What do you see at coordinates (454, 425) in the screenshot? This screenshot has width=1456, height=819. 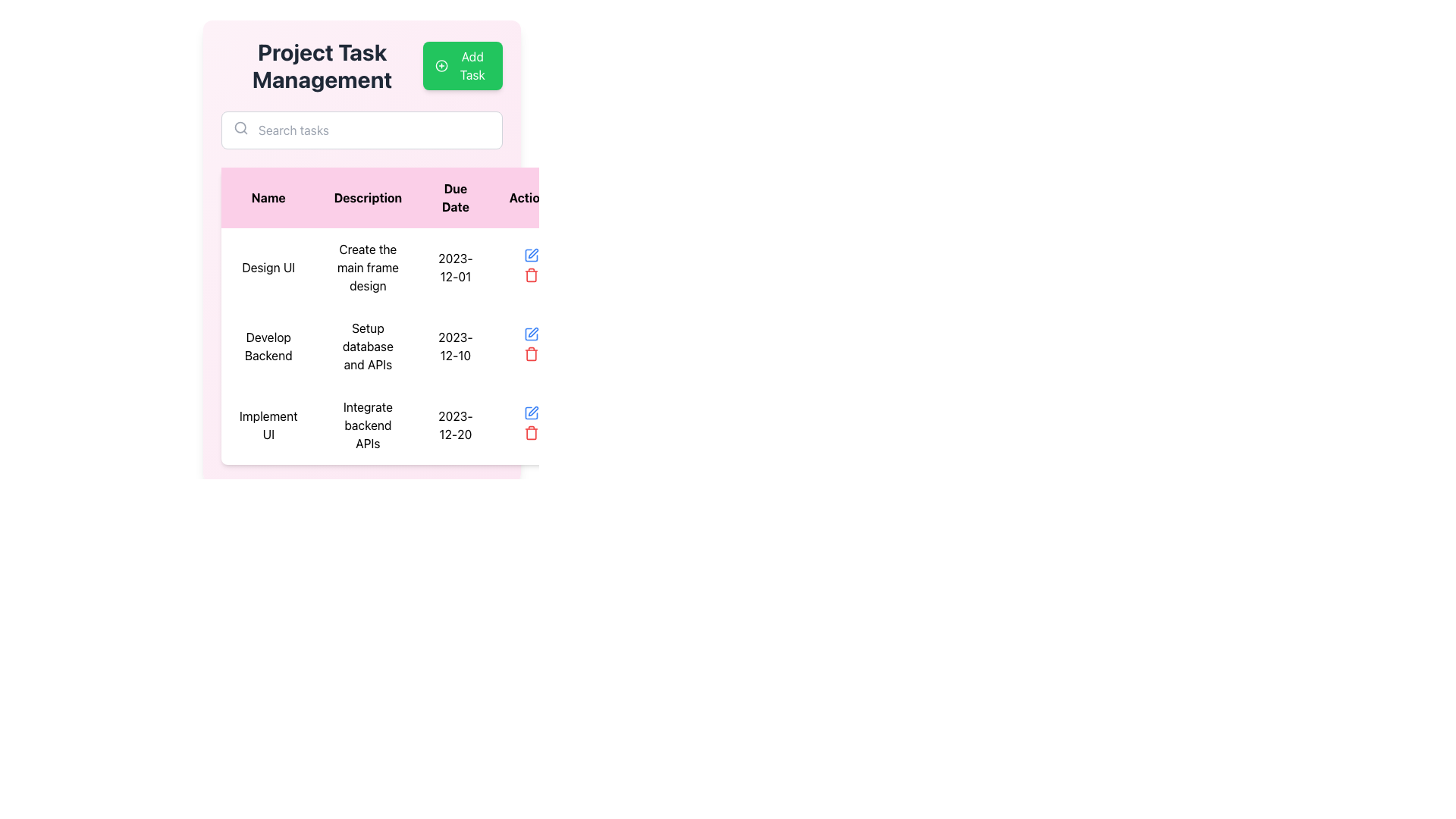 I see `the non-interactive due date text element in the third row of the table under the 'Due Date' column` at bounding box center [454, 425].